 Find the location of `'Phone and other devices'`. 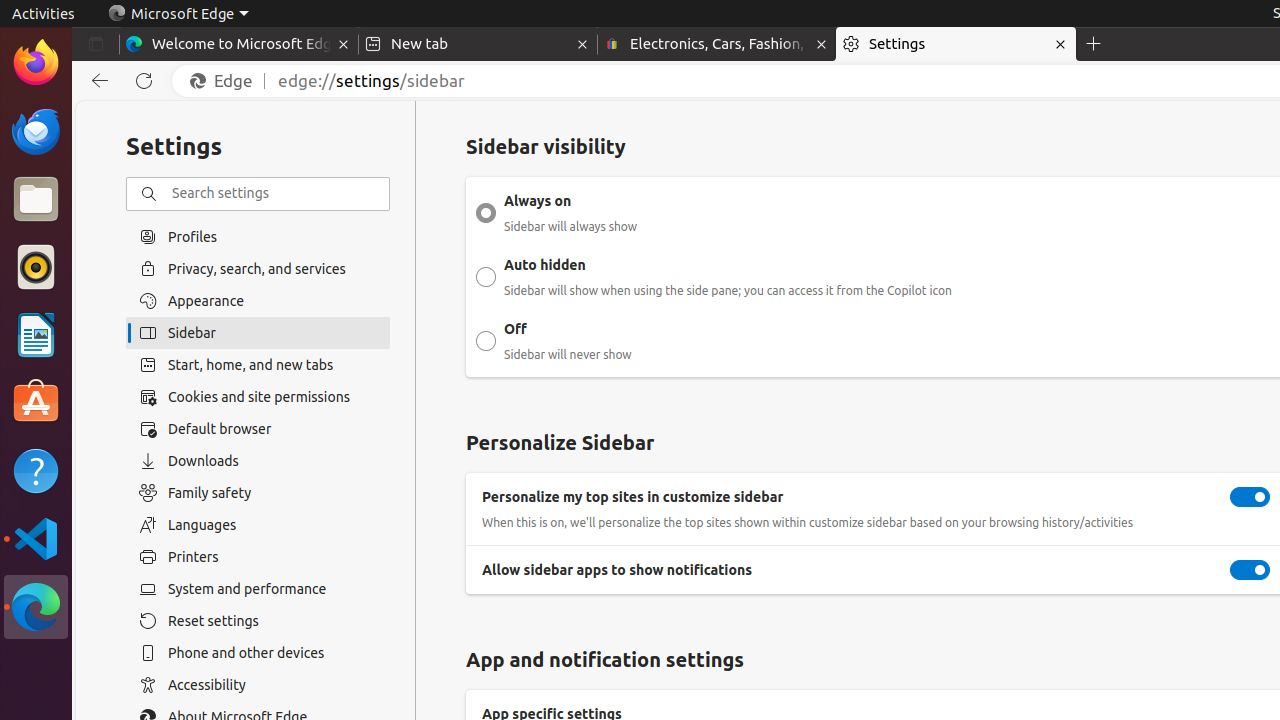

'Phone and other devices' is located at coordinates (257, 652).